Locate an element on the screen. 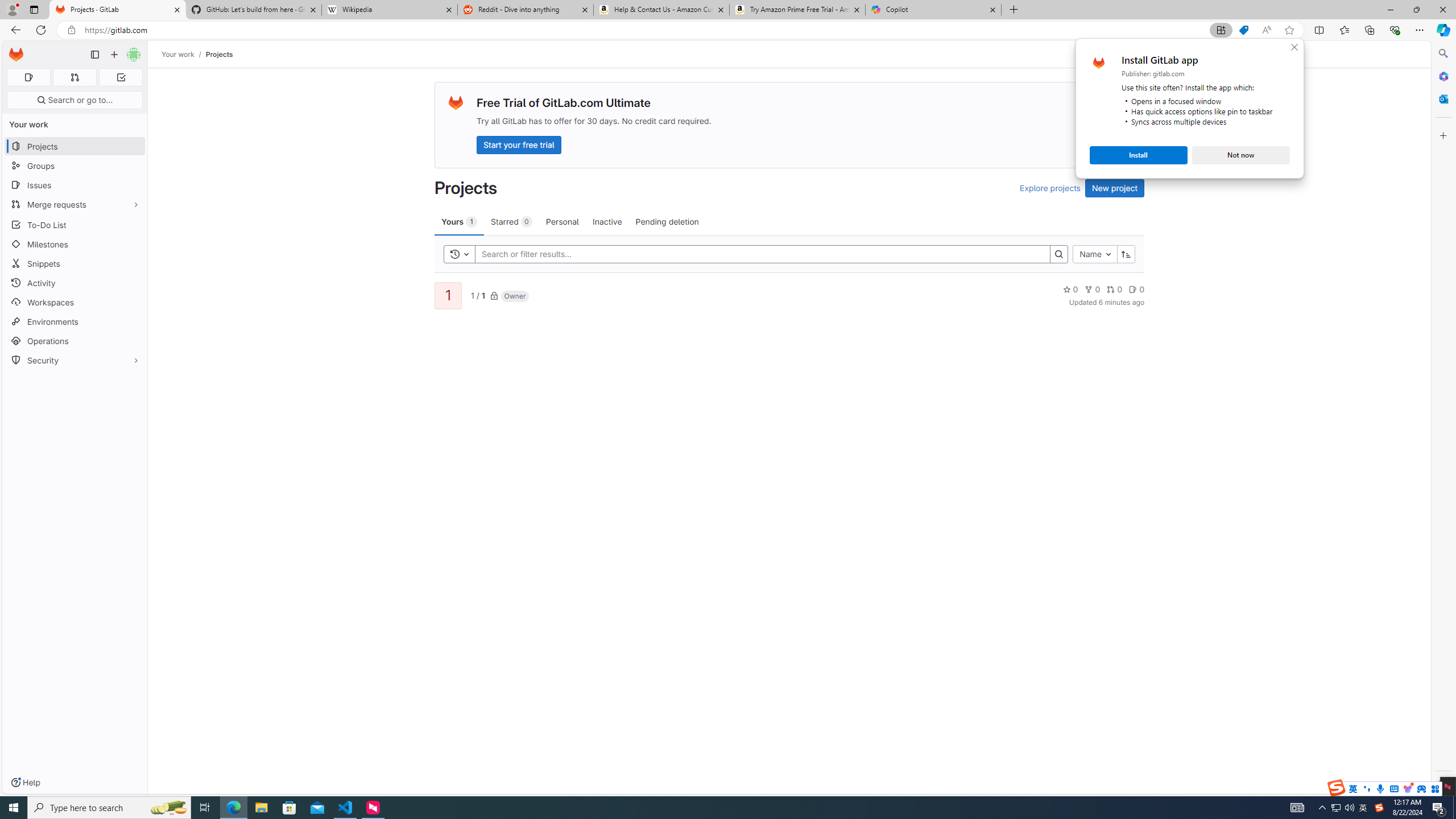 This screenshot has height=819, width=1456. 'User Promoted Notification Area' is located at coordinates (1379, 806).